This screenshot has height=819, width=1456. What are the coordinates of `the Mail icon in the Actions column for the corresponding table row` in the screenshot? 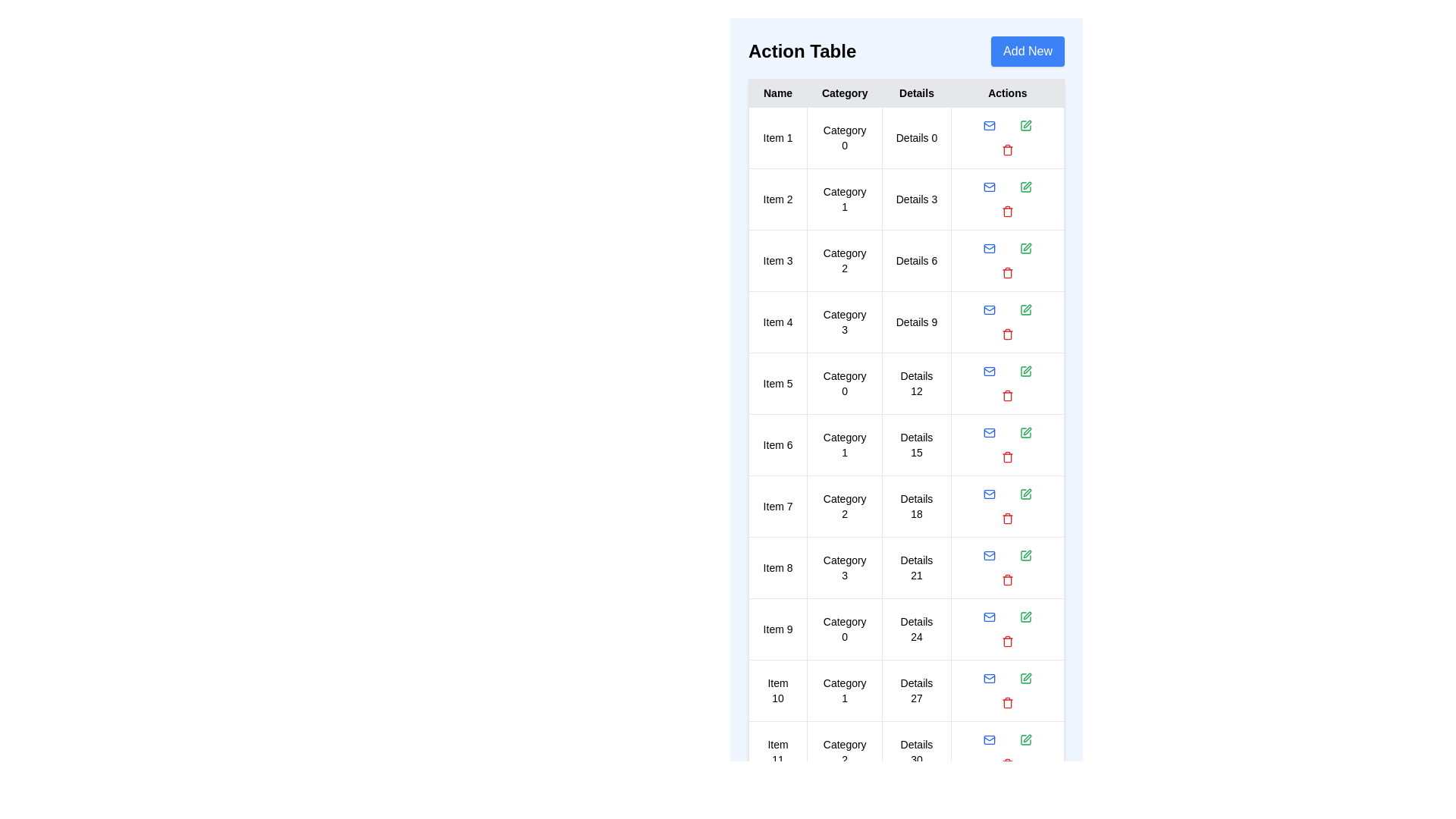 It's located at (989, 124).